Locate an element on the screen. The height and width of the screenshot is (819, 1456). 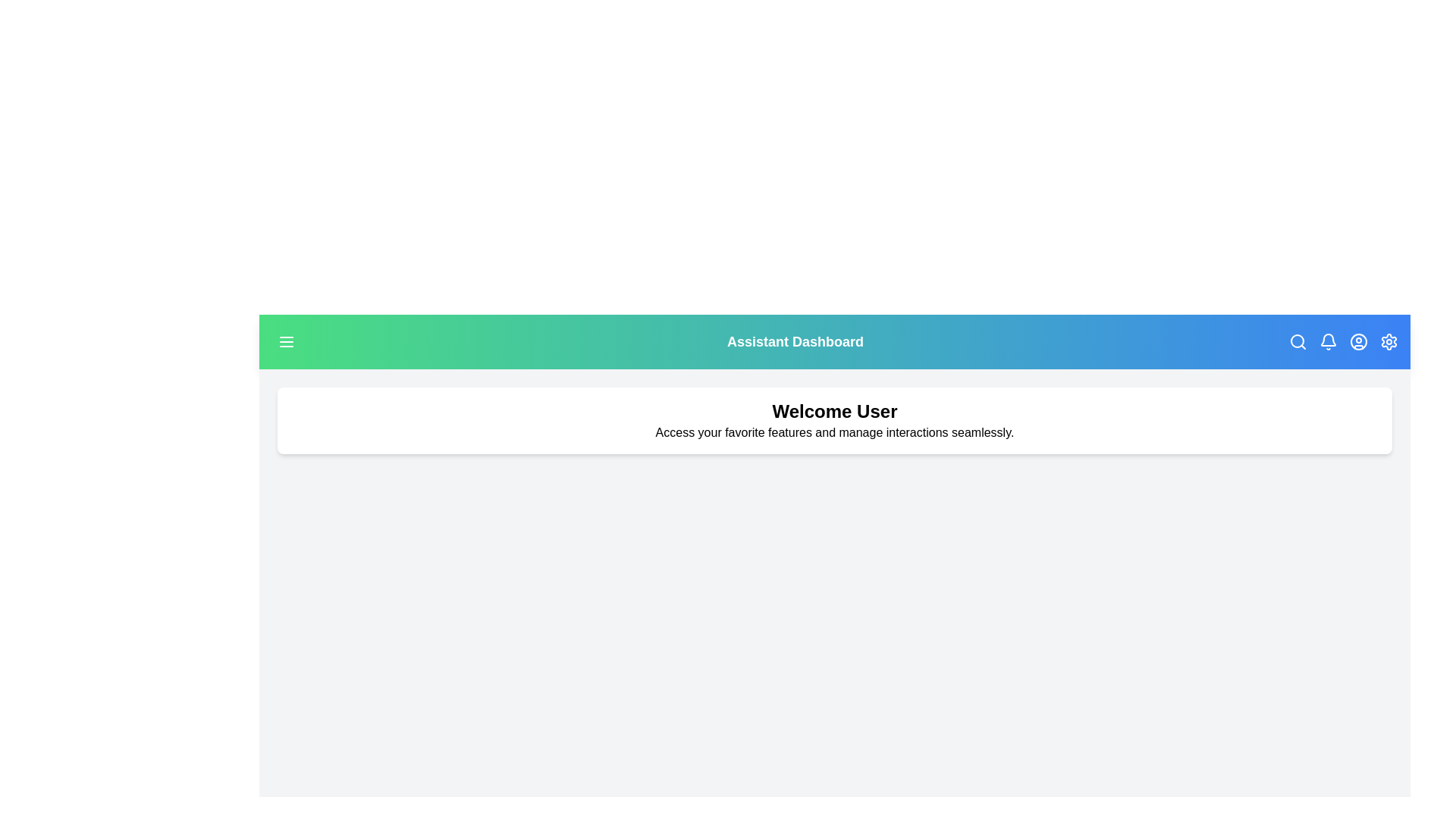
the search button in the top-right corner is located at coordinates (1296, 342).